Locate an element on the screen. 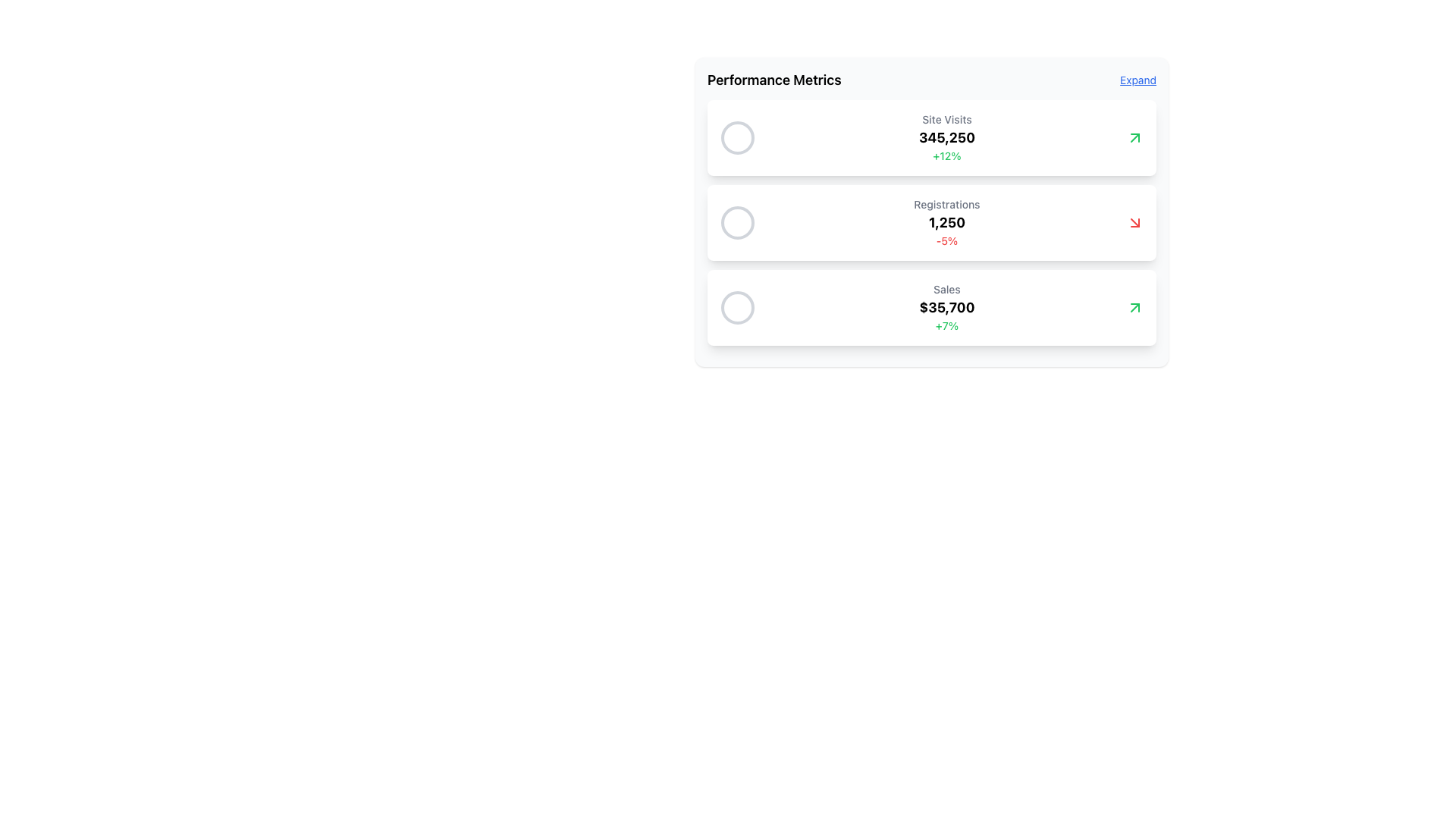  the third circular graphical indicator representing the 'Sales' metric in the 'Performance Metrics' dashboard is located at coordinates (738, 307).